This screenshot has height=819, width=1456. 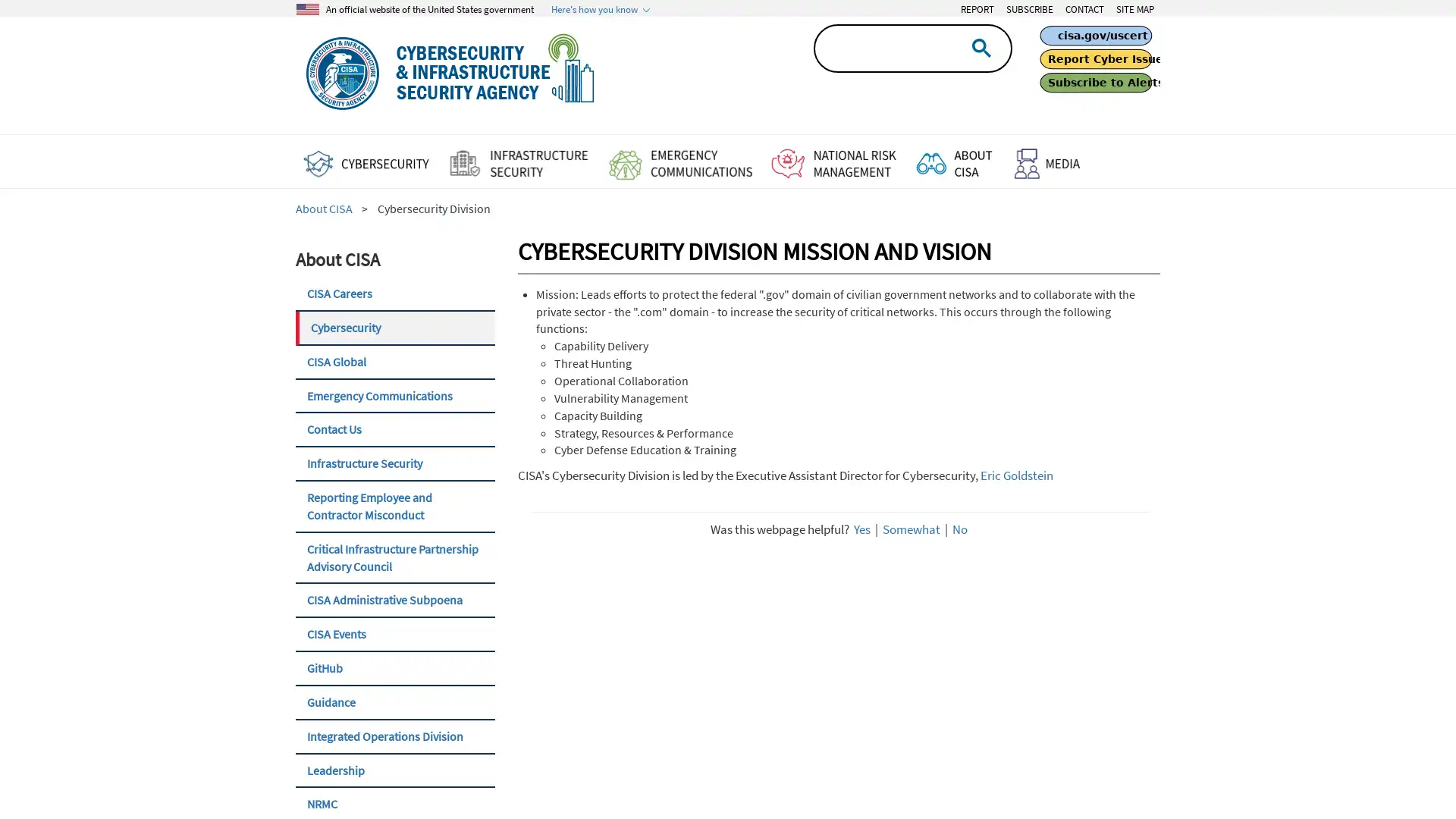 What do you see at coordinates (978, 45) in the screenshot?
I see `search` at bounding box center [978, 45].